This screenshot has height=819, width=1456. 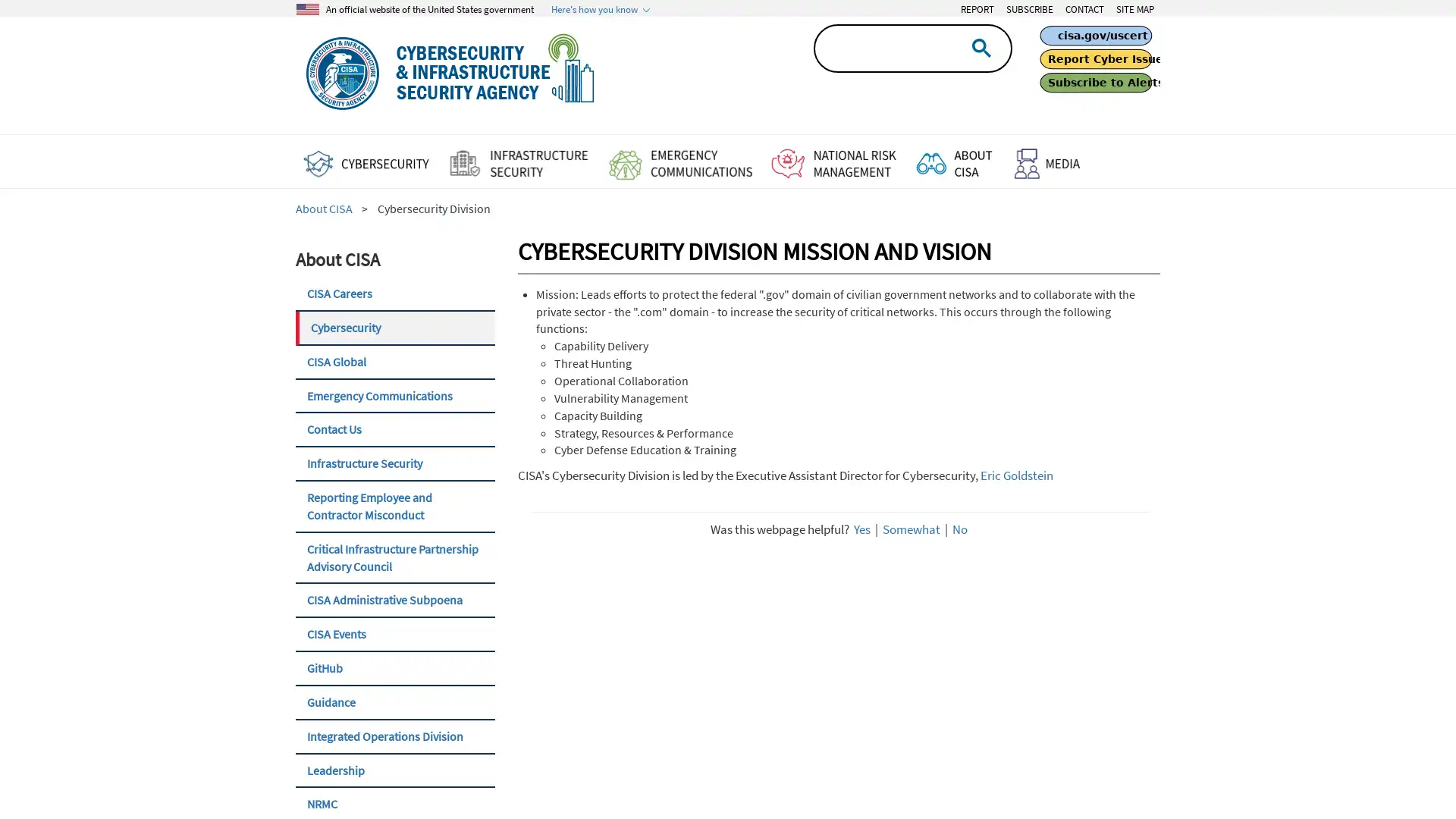 What do you see at coordinates (978, 45) in the screenshot?
I see `search` at bounding box center [978, 45].